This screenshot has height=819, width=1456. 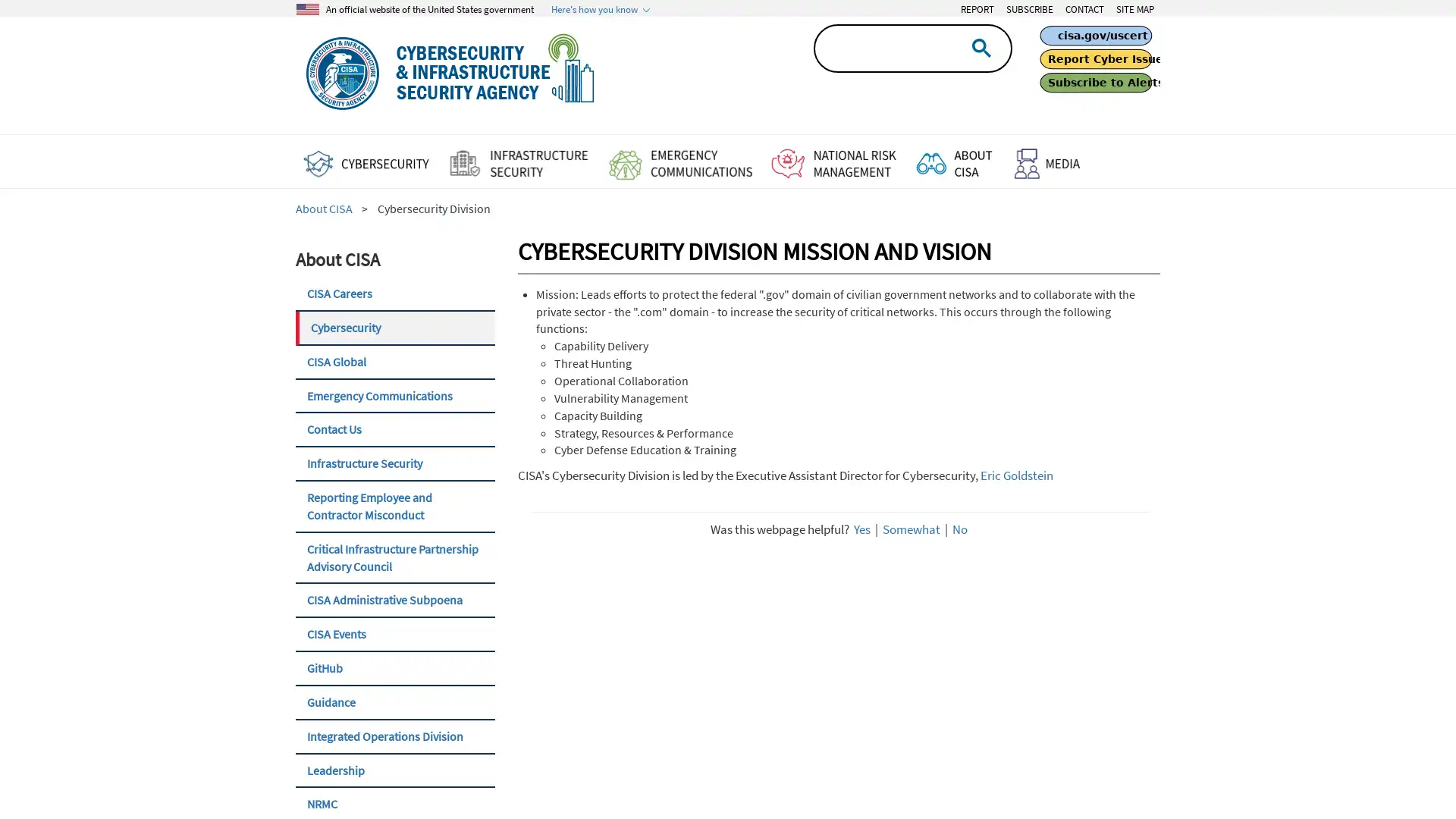 What do you see at coordinates (978, 45) in the screenshot?
I see `search` at bounding box center [978, 45].